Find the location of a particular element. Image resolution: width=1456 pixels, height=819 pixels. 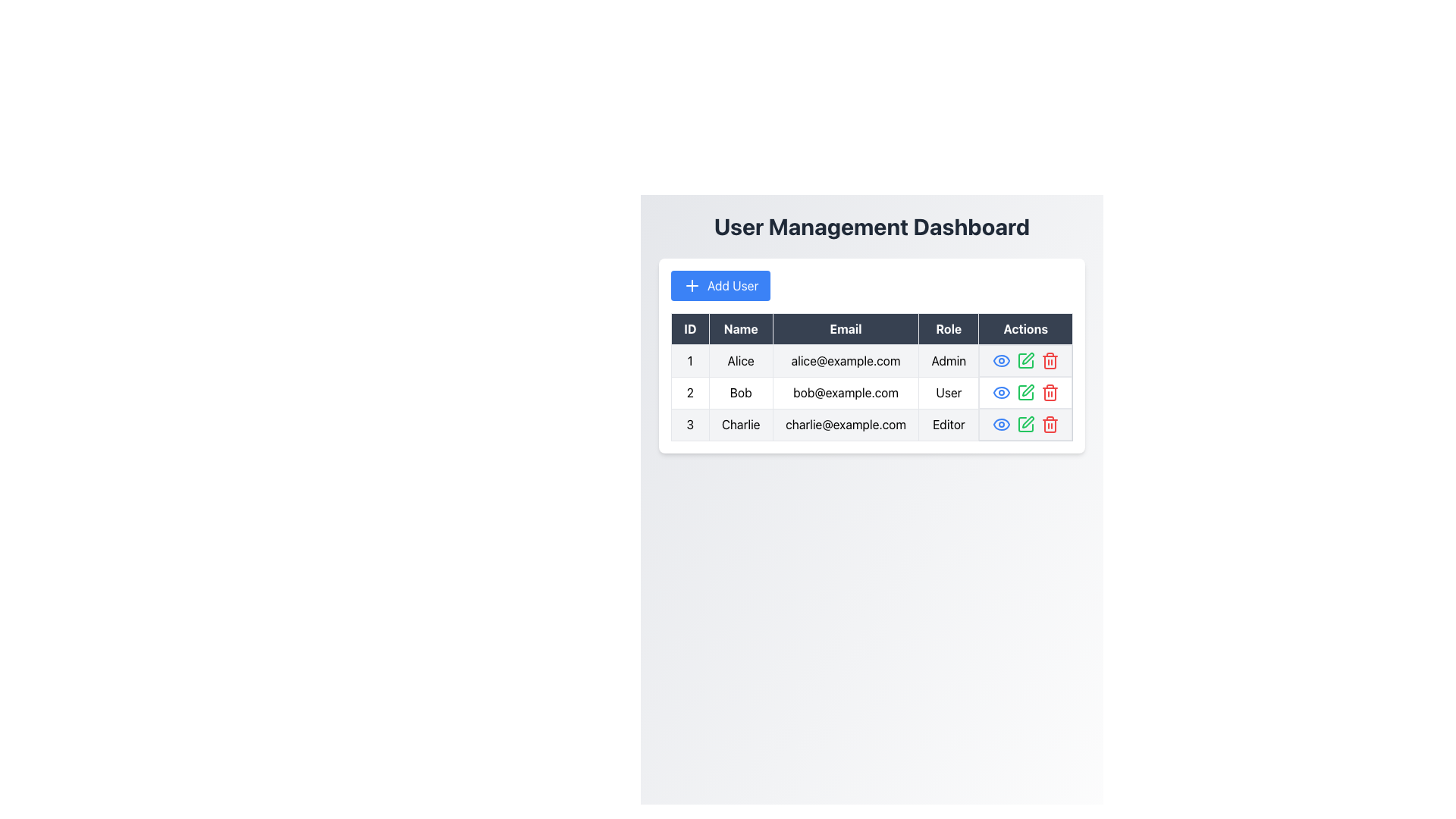

text from the table cell displaying the role assigned to the user 'Bob', which is located under the 'Role' column in the second row of the table is located at coordinates (948, 391).